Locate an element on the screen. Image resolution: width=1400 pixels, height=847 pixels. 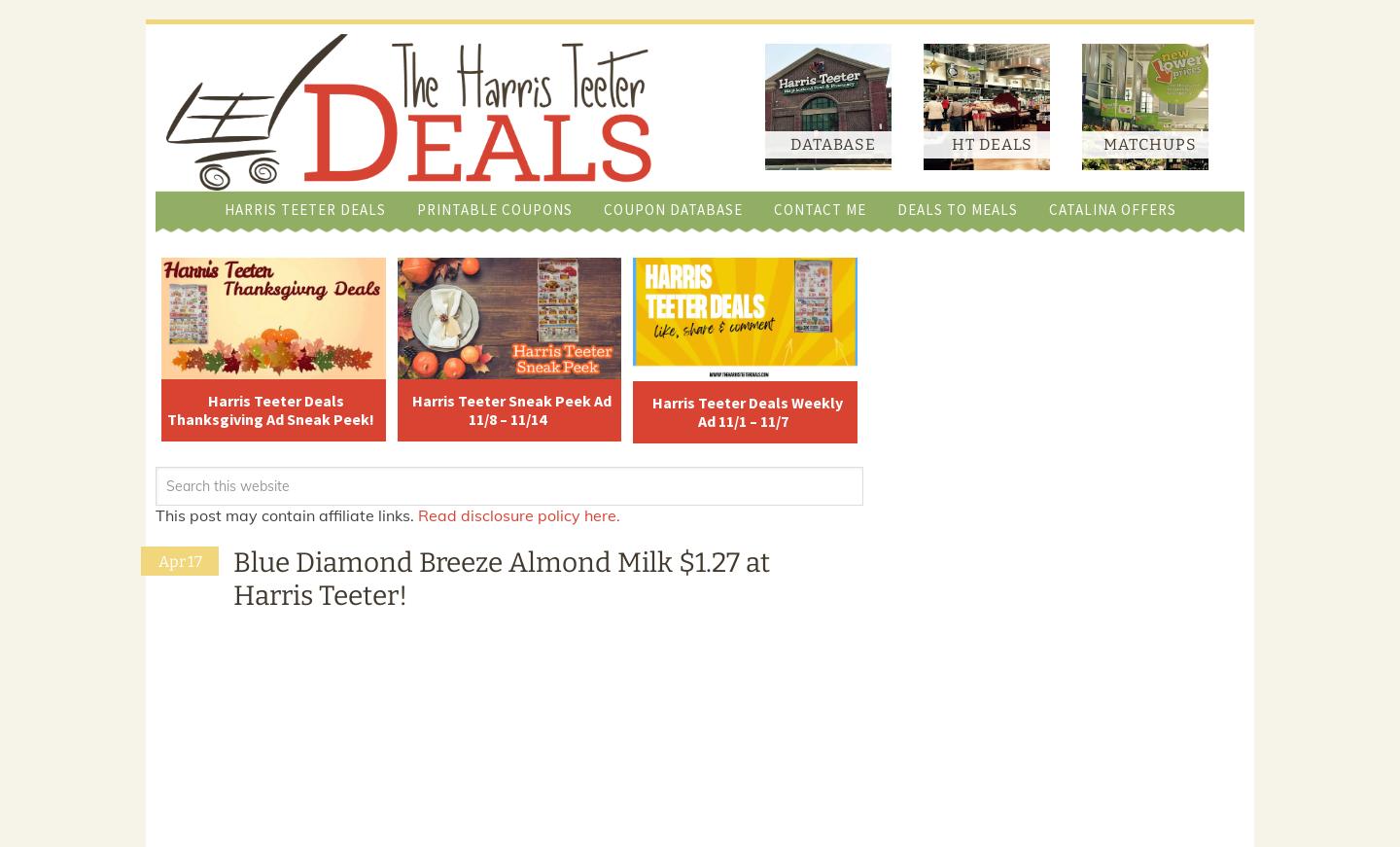
'This post may contain affiliate links.' is located at coordinates (154, 515).